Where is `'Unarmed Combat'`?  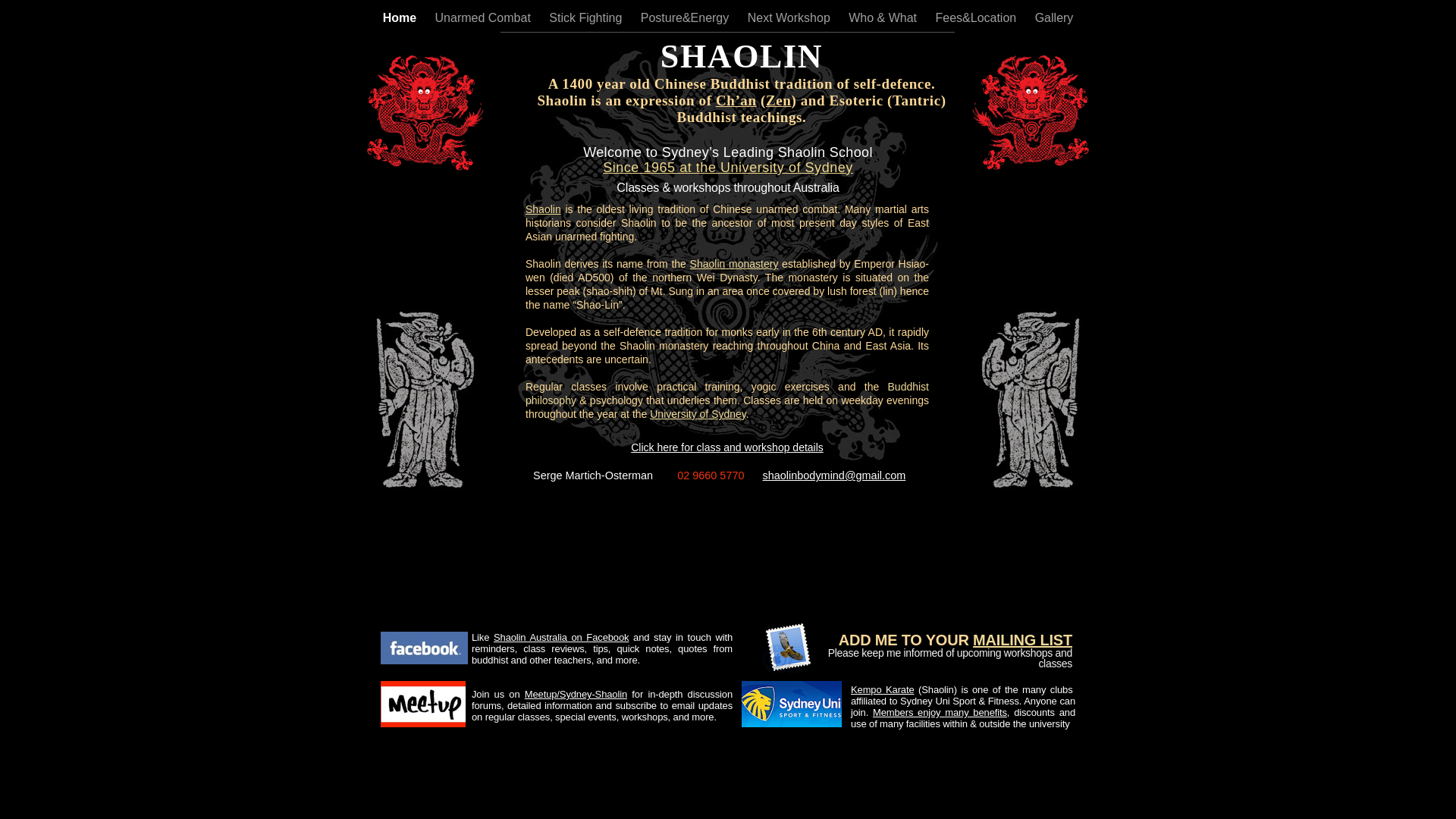
'Unarmed Combat' is located at coordinates (484, 17).